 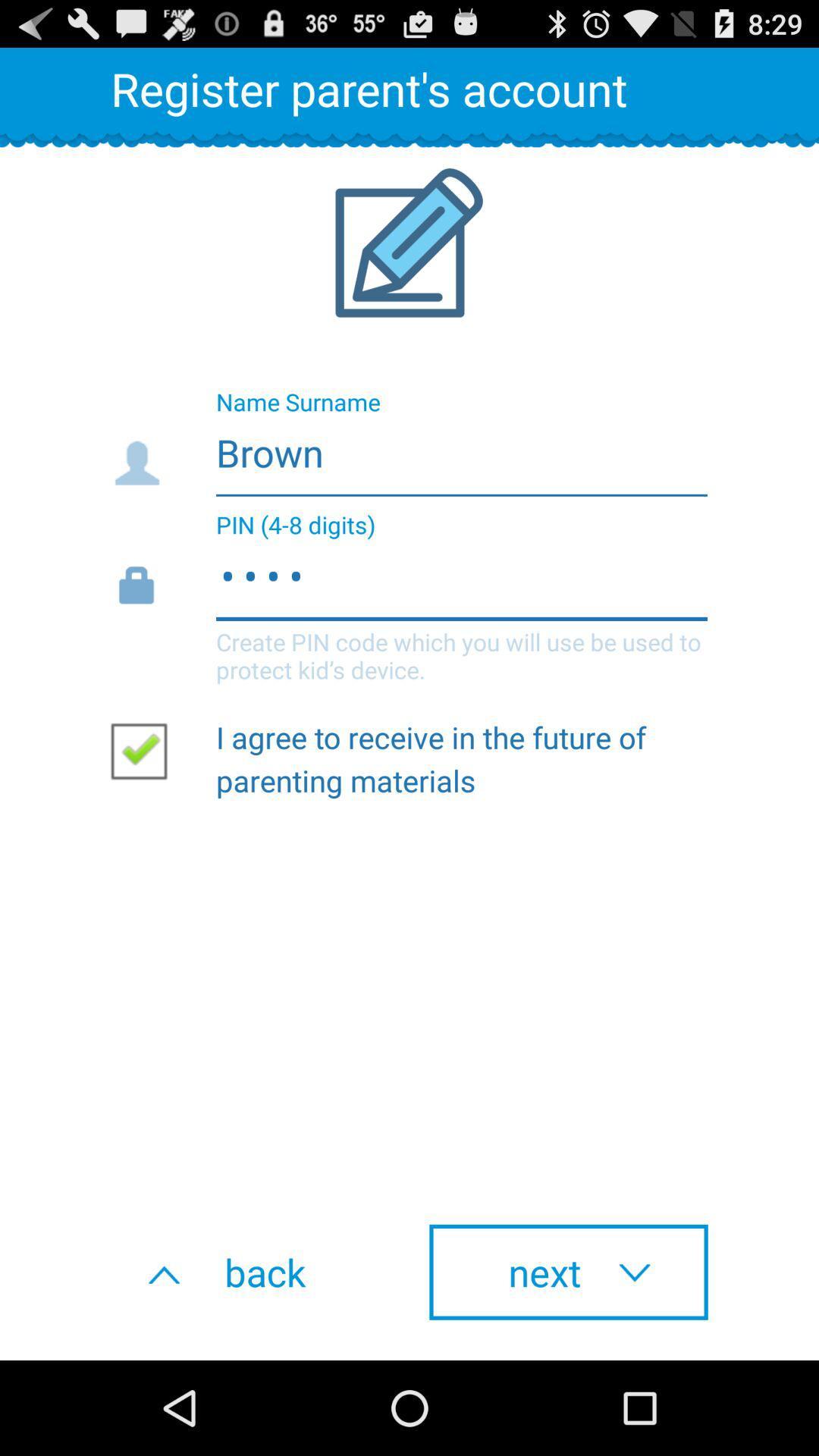 What do you see at coordinates (145, 750) in the screenshot?
I see `the item on the left` at bounding box center [145, 750].